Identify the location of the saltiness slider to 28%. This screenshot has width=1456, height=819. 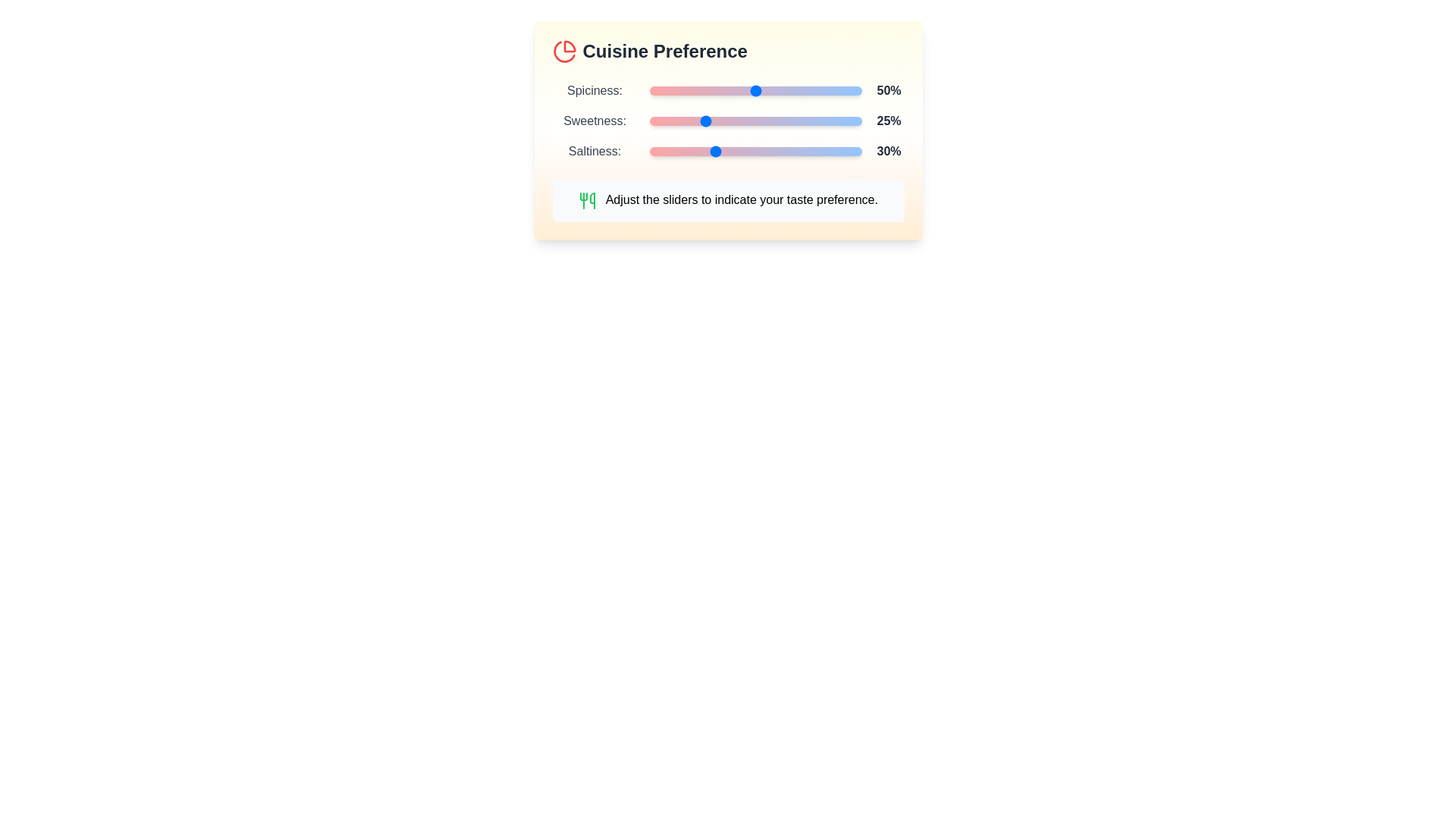
(708, 152).